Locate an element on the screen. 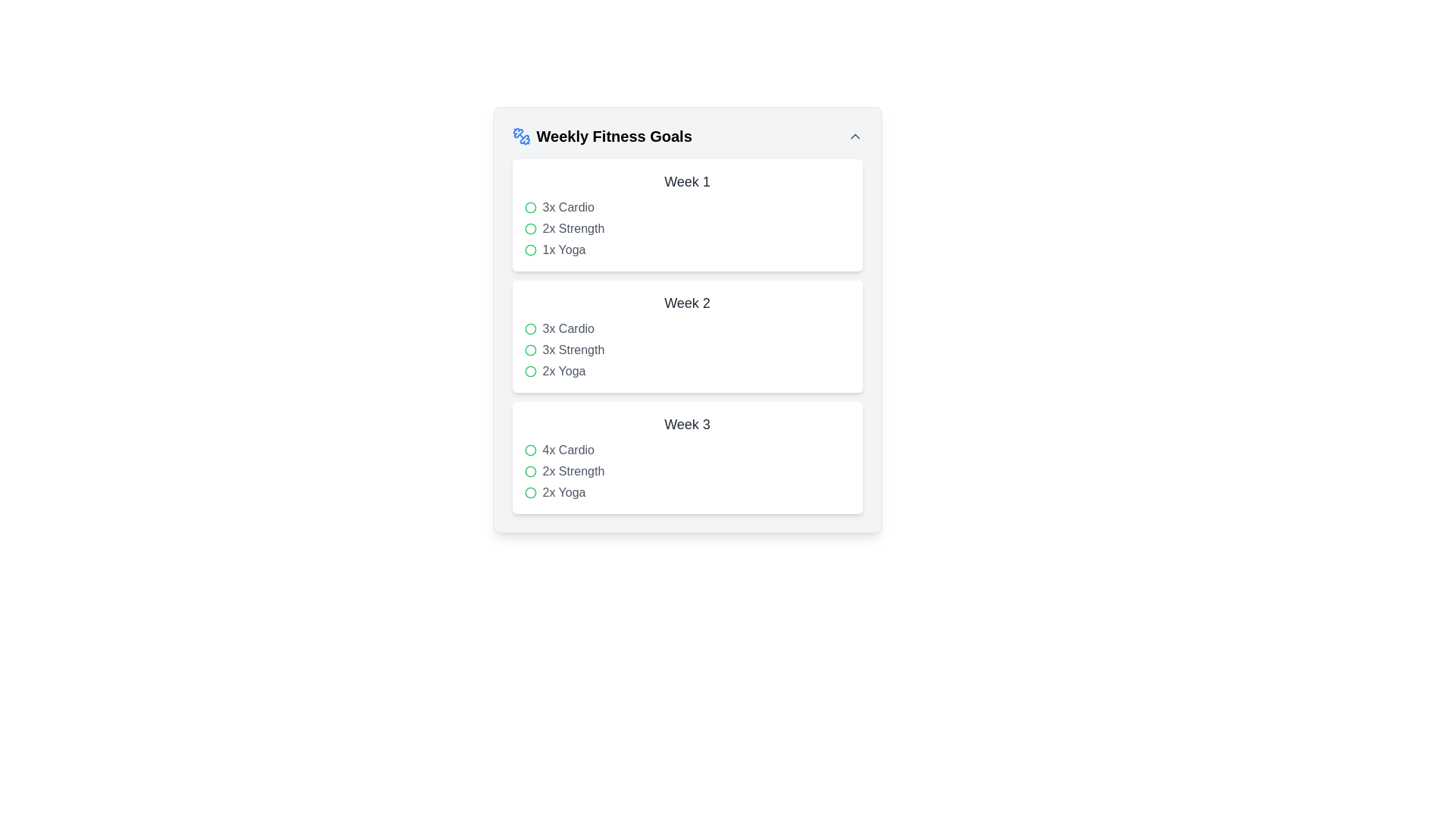  the Text Label indicating three sessions of cardio for Week 2, which is positioned to the right of a green circular icon and above the '3x Strength' entry is located at coordinates (567, 328).